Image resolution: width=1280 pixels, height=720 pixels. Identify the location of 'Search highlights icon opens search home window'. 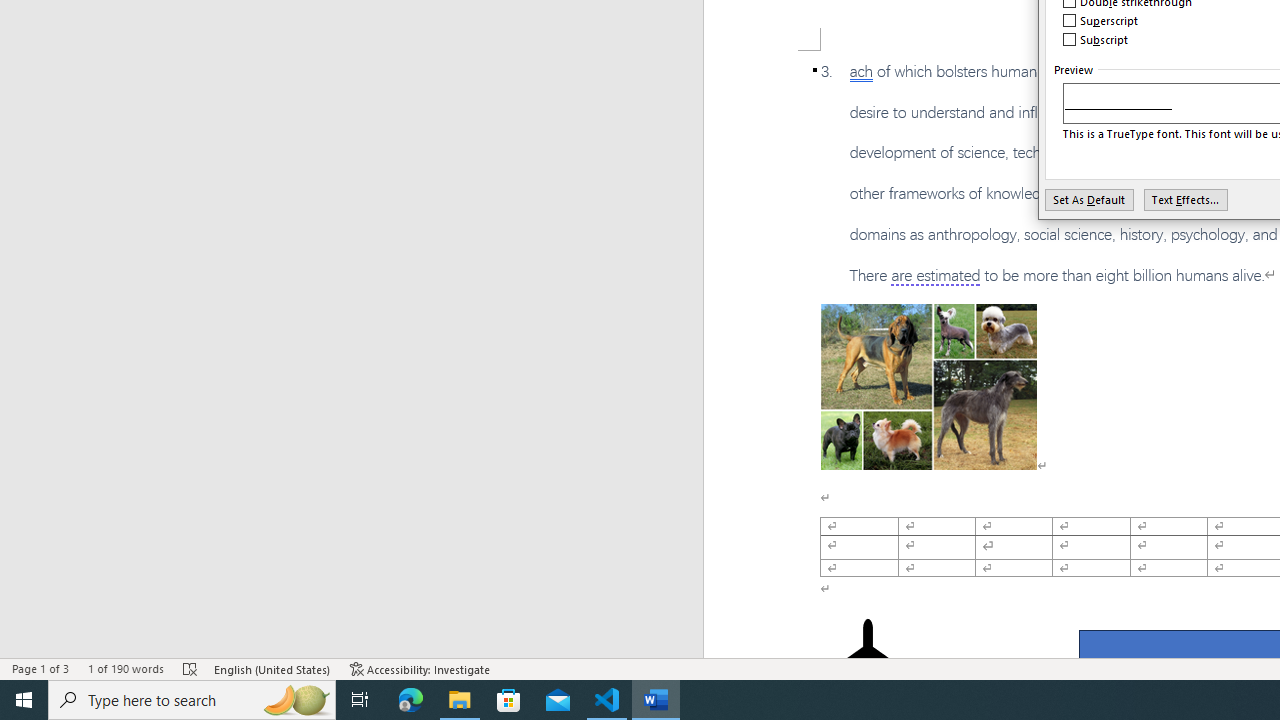
(294, 698).